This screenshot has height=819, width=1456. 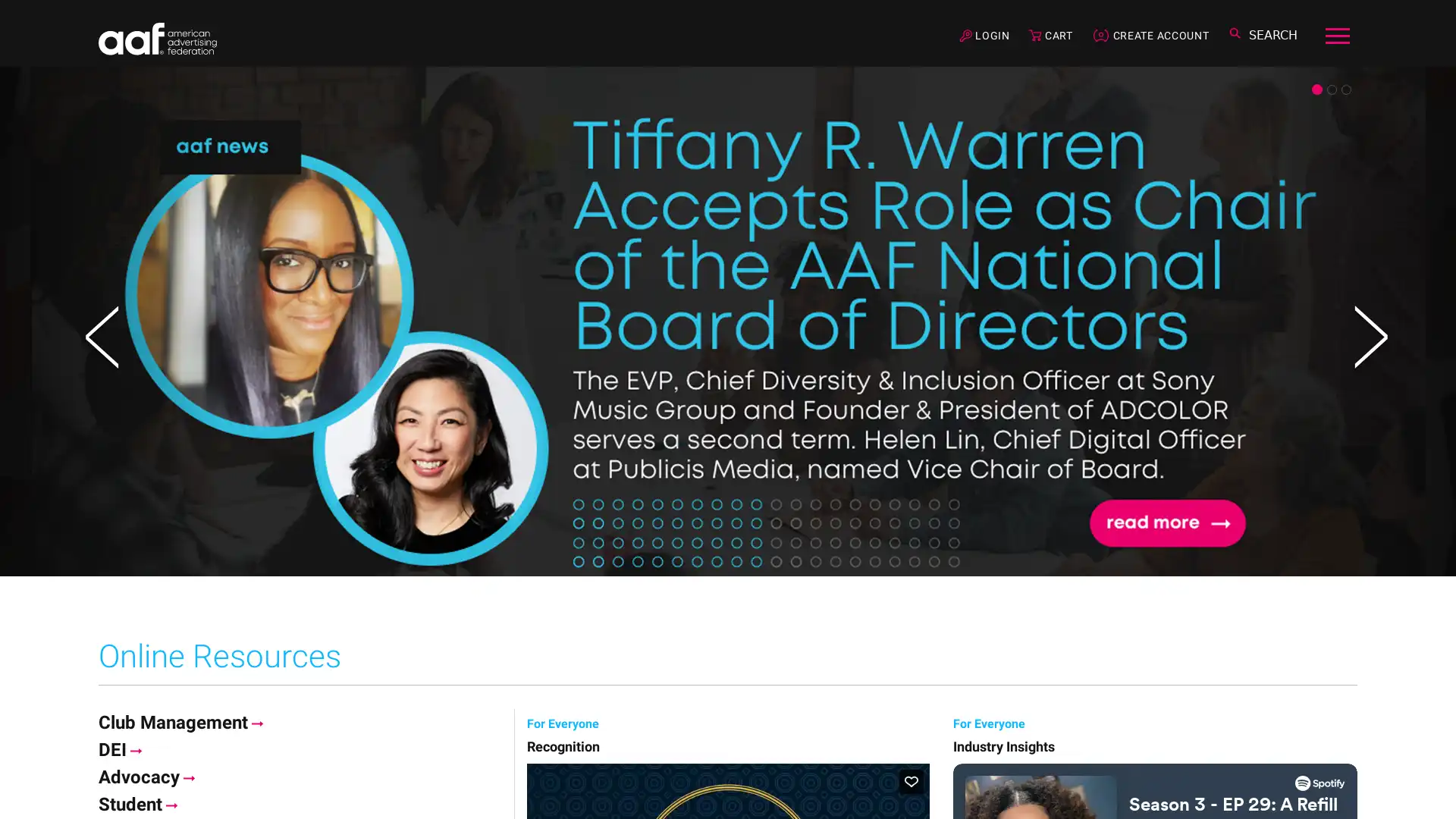 I want to click on Toggle navigation, so click(x=1343, y=34).